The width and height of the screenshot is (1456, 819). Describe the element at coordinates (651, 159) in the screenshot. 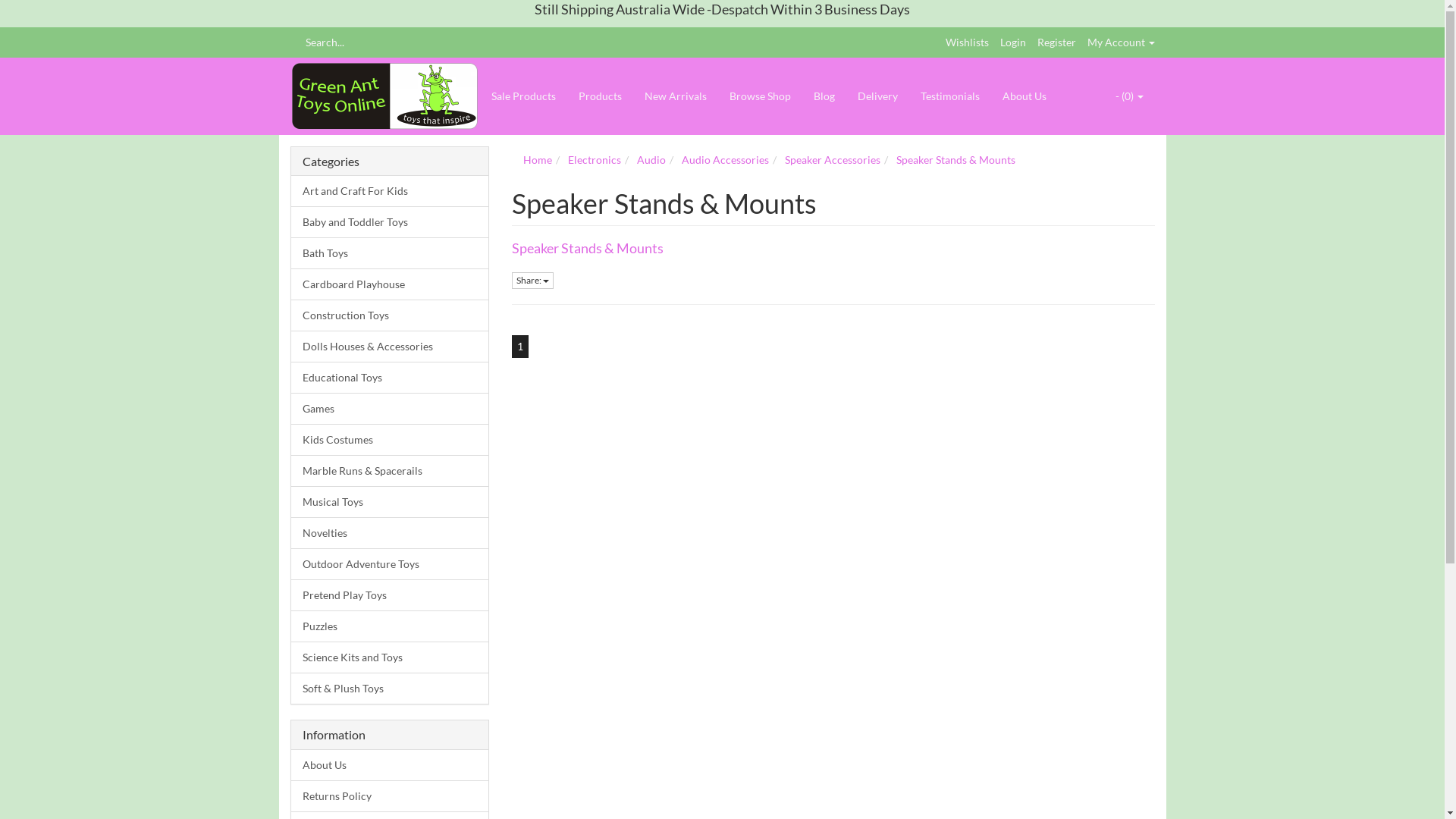

I see `'Audio'` at that location.